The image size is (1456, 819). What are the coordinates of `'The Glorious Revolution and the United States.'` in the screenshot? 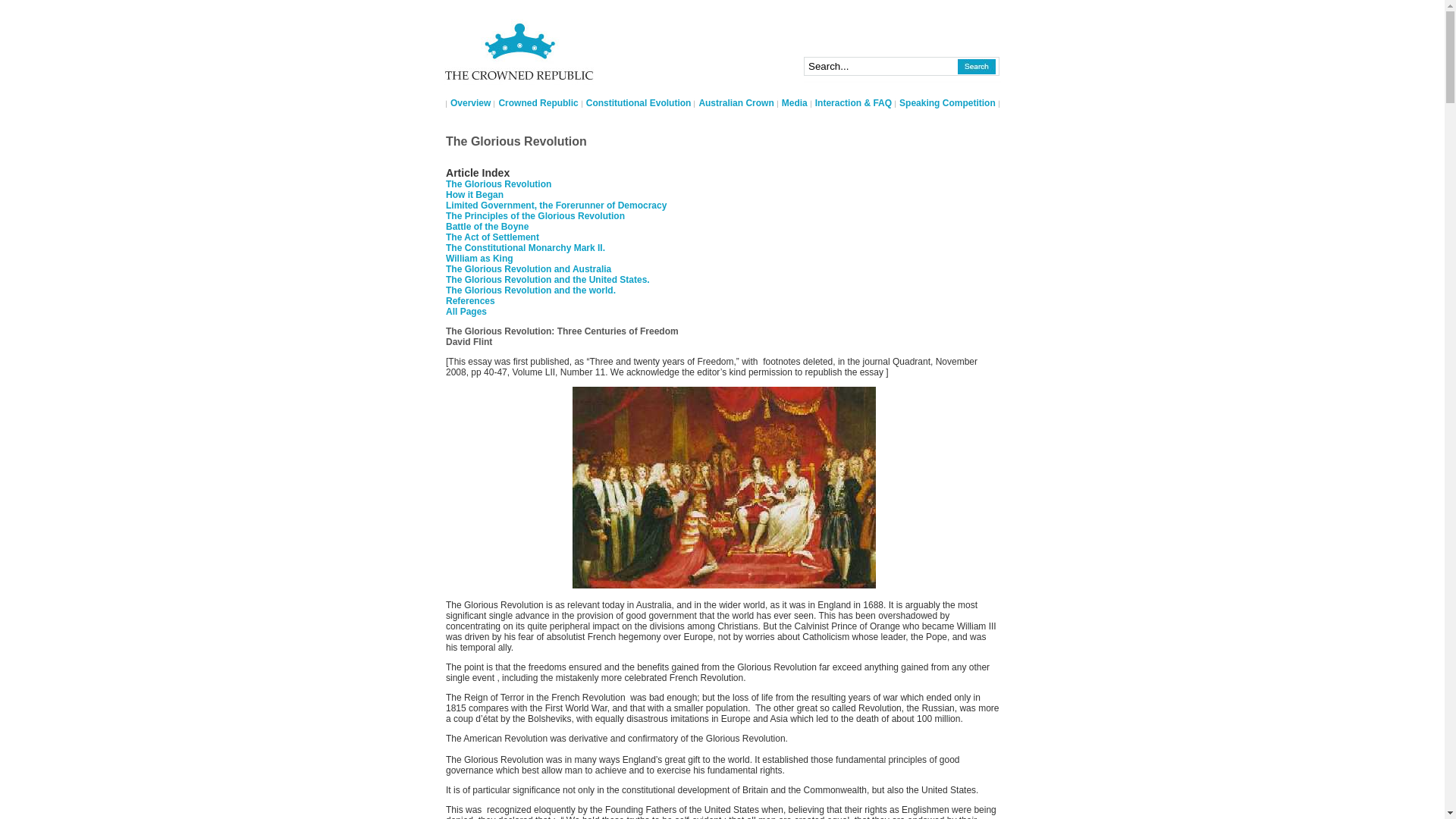 It's located at (547, 280).